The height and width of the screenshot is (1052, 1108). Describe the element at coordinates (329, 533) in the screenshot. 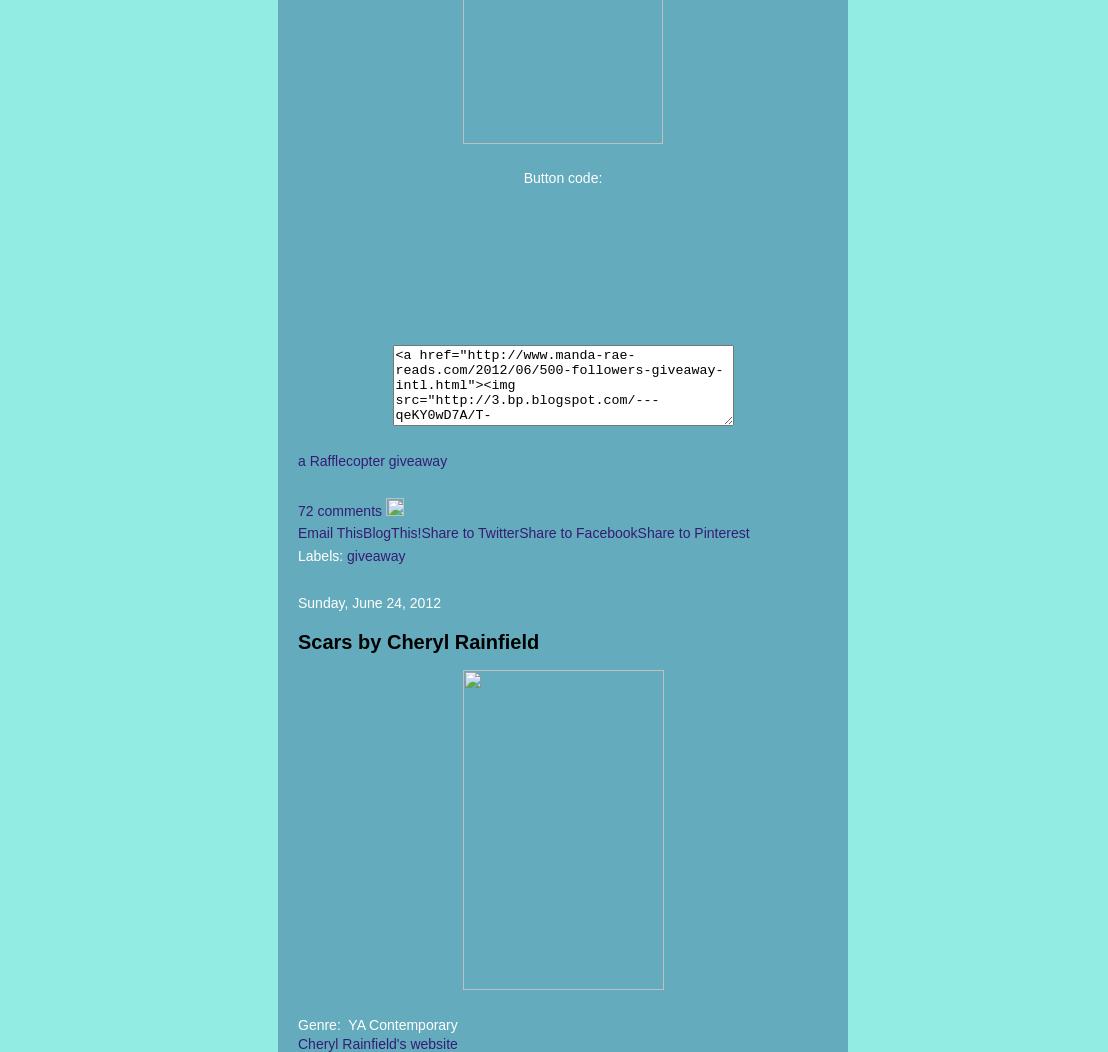

I see `'Email This'` at that location.